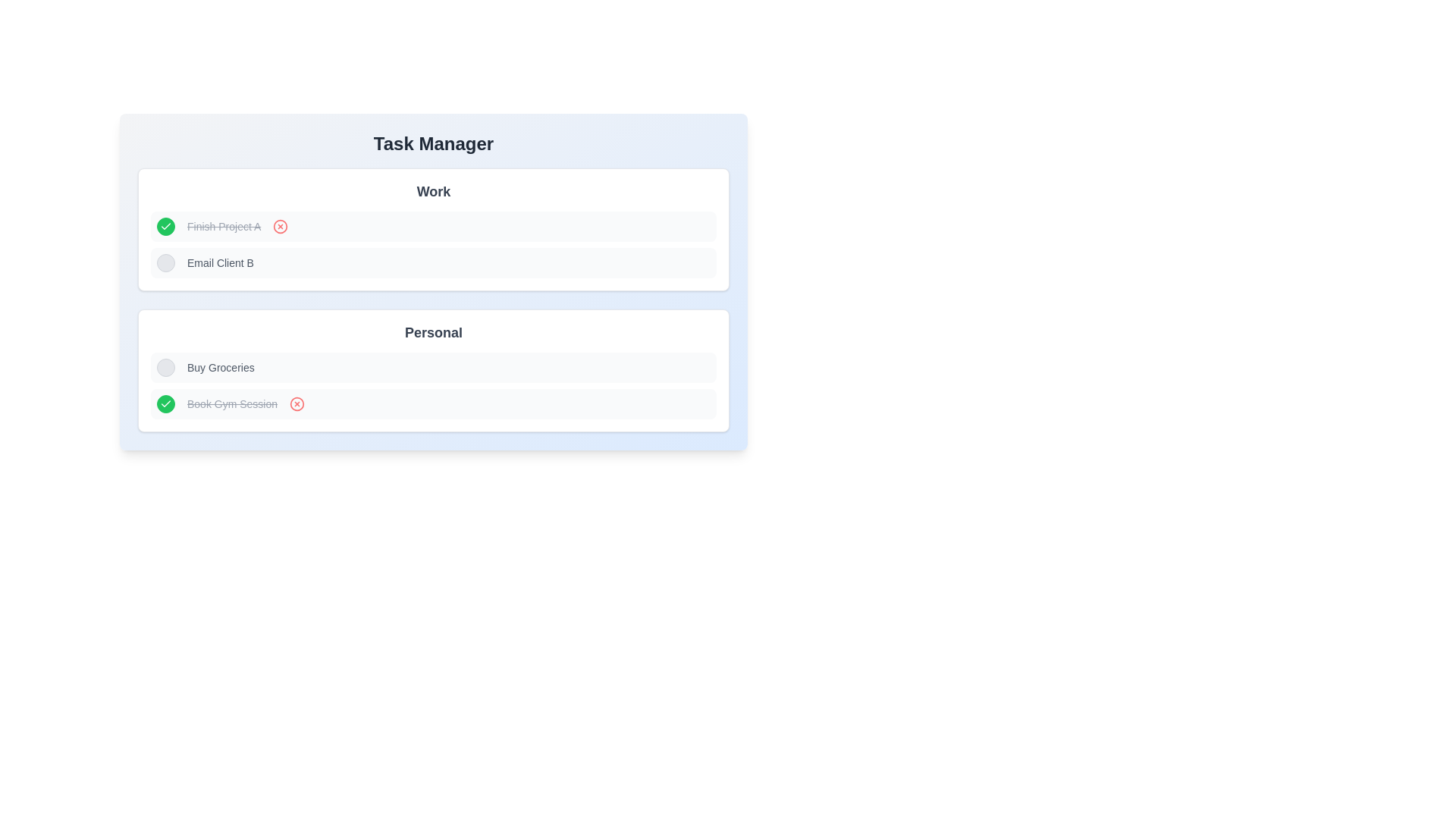 Image resolution: width=1456 pixels, height=819 pixels. I want to click on the checkmark icon located in the 'Work' section, to the left of the task labeled 'Finish Project A', so click(166, 403).